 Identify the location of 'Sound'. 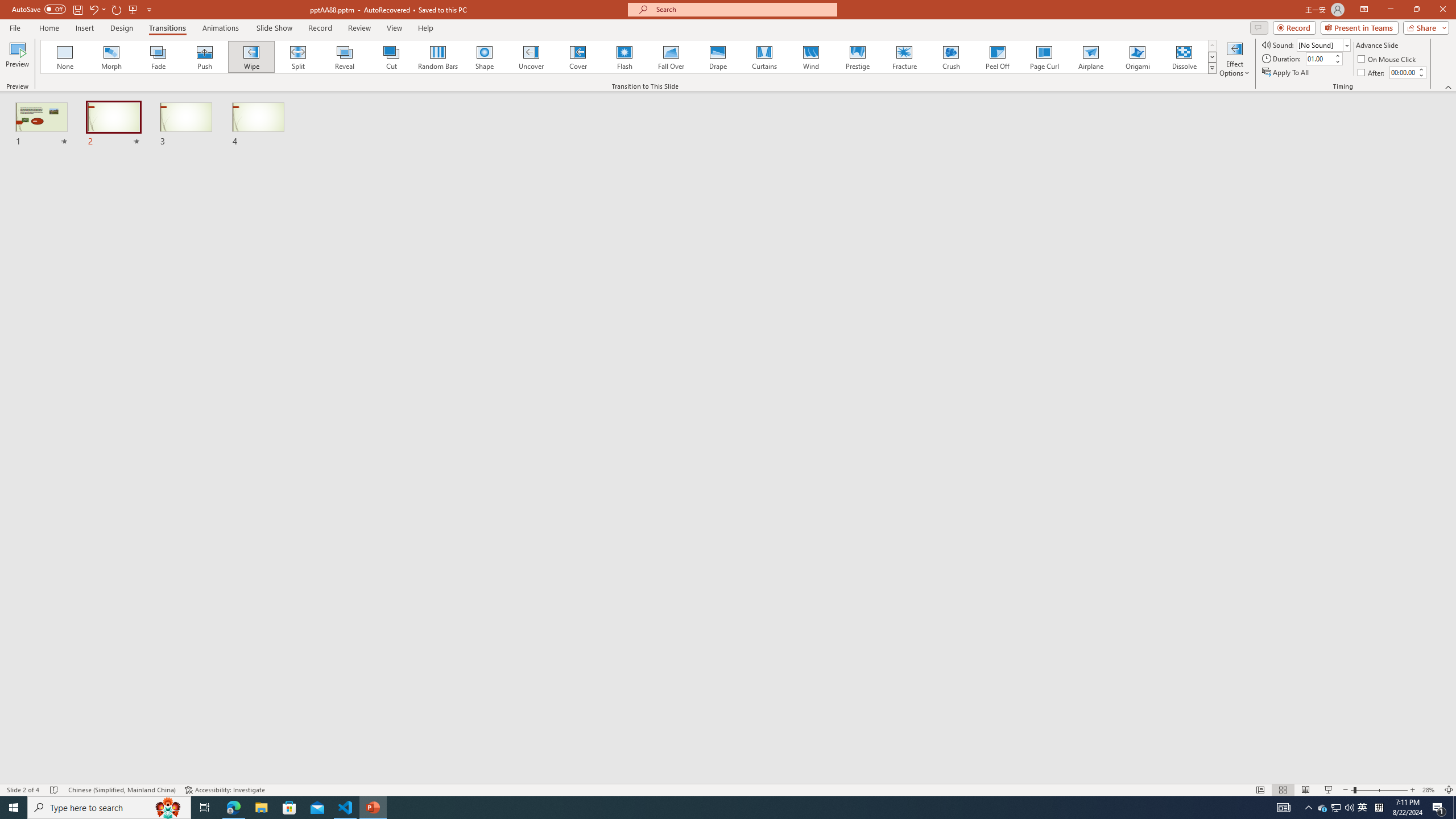
(1323, 44).